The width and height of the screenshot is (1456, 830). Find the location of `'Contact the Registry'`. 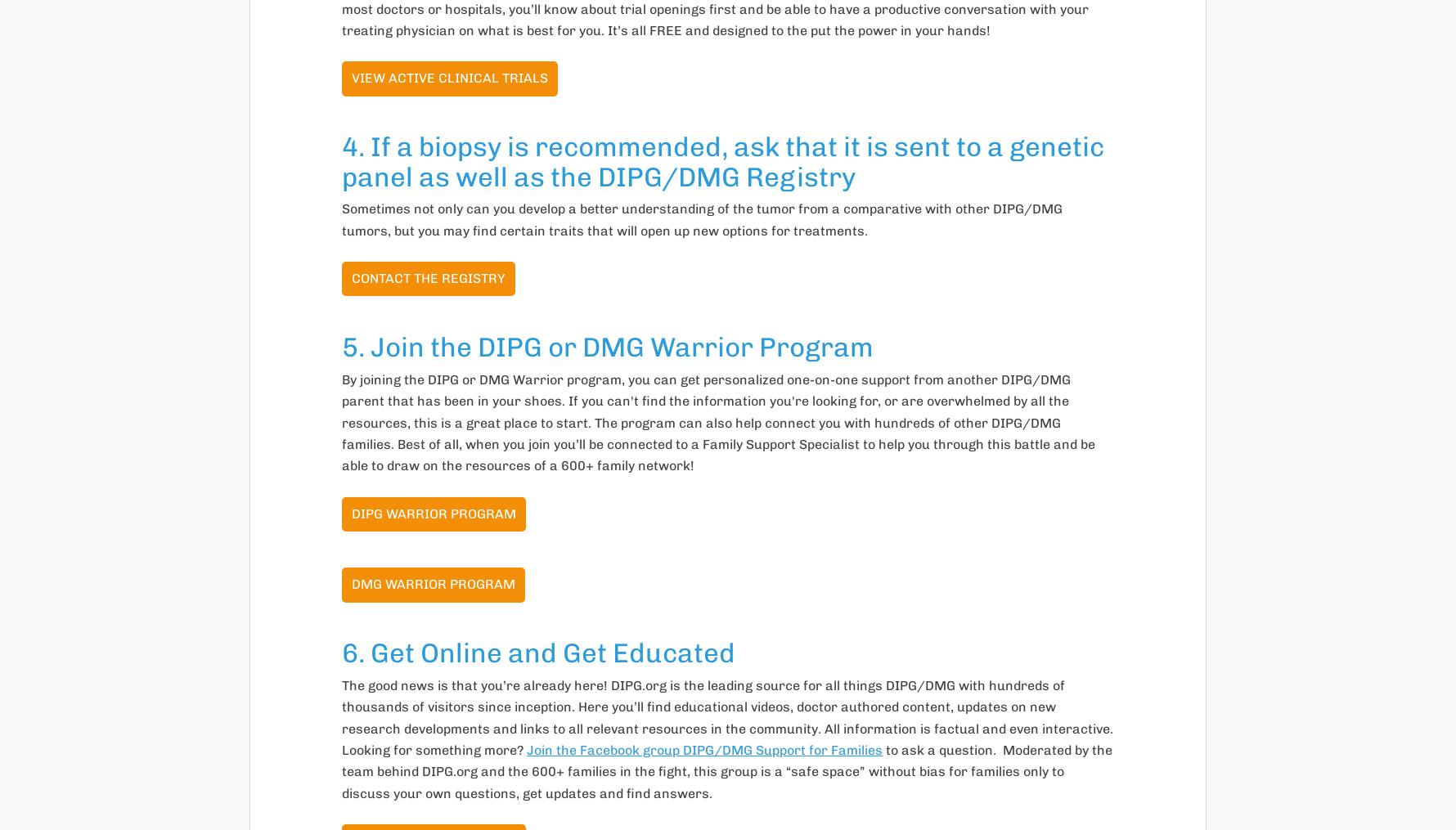

'Contact the Registry' is located at coordinates (428, 277).